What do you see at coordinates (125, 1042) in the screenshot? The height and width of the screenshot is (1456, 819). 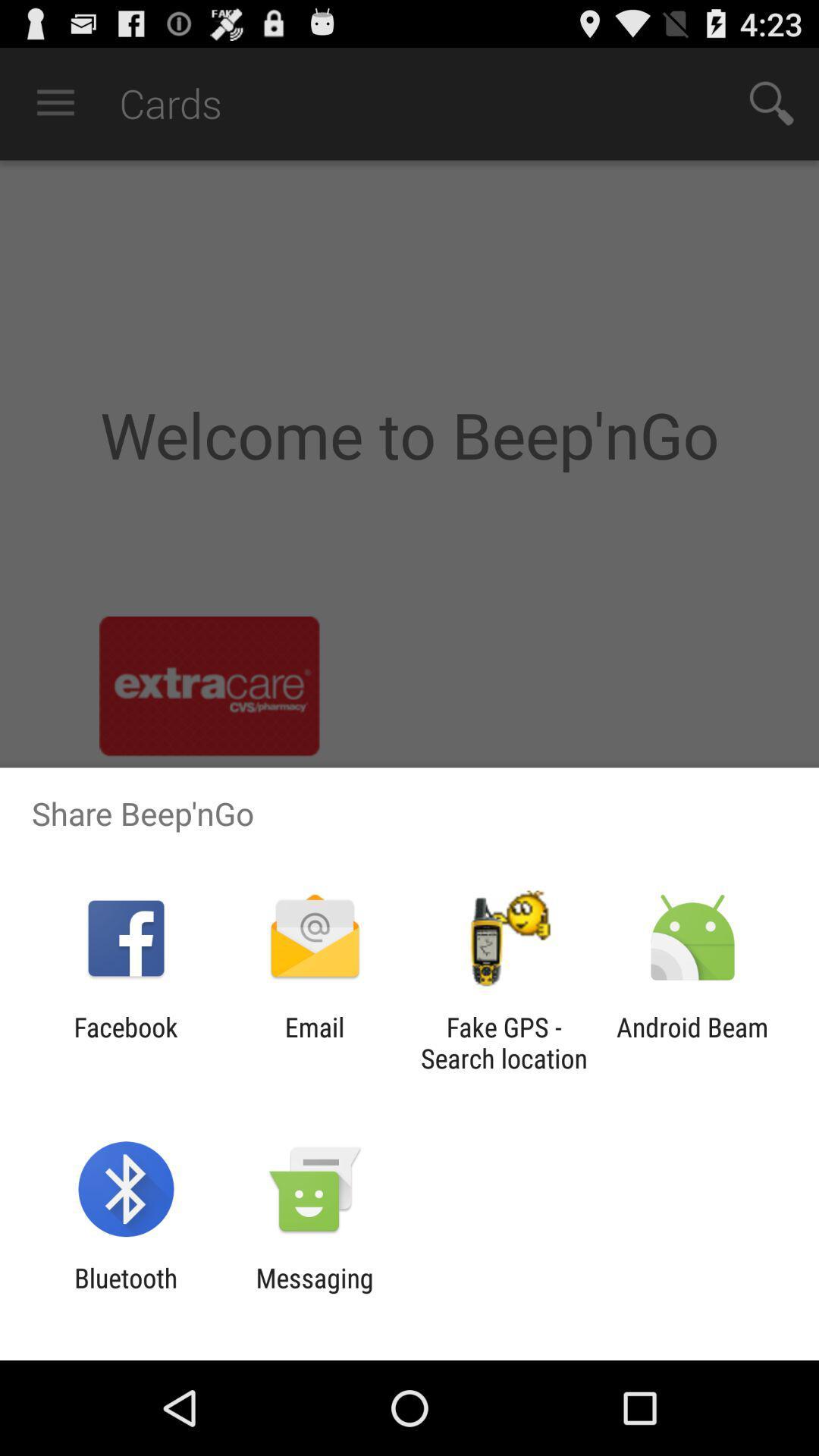 I see `the icon next to the email` at bounding box center [125, 1042].